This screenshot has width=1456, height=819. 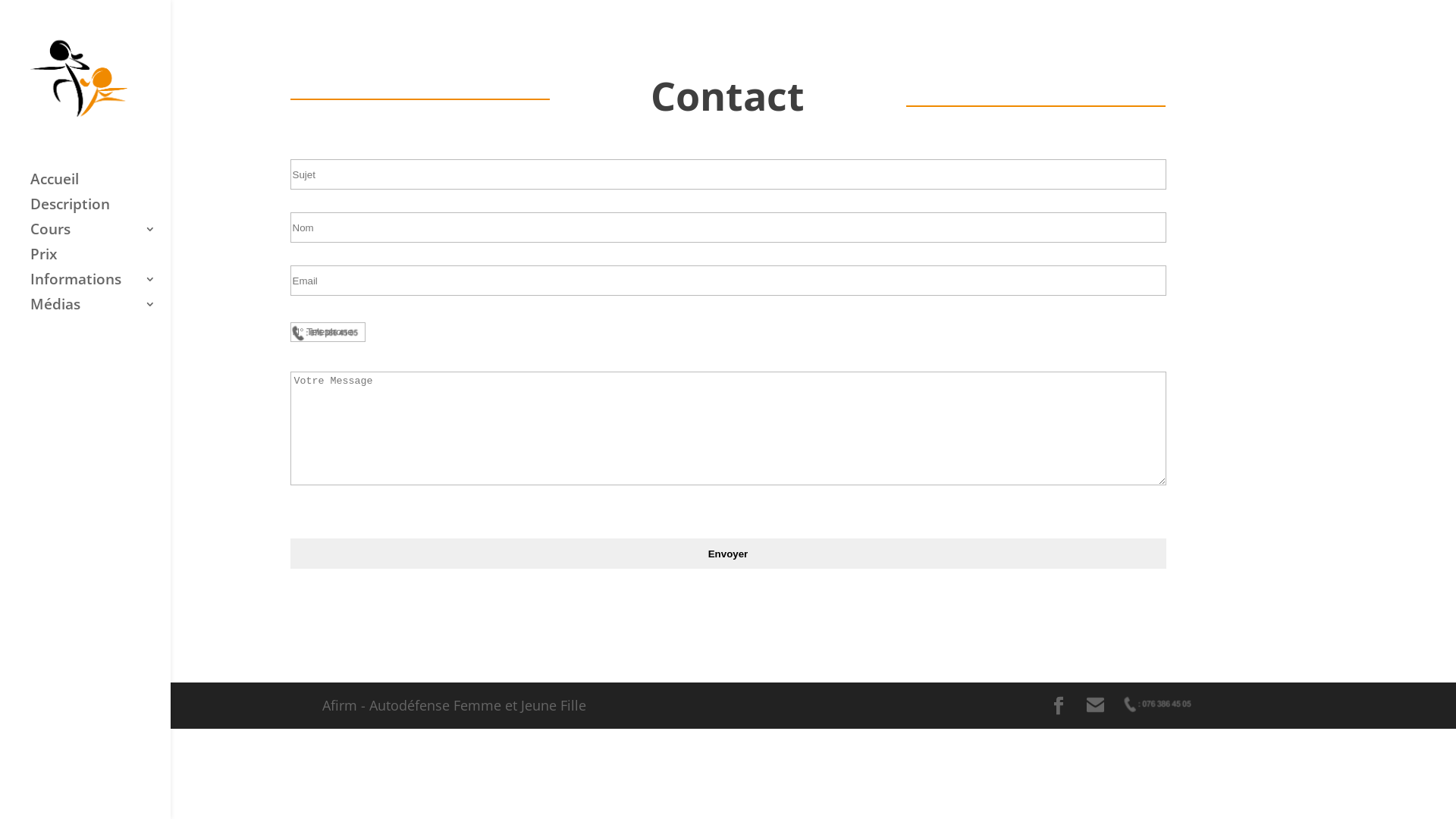 What do you see at coordinates (99, 211) in the screenshot?
I see `'Description'` at bounding box center [99, 211].